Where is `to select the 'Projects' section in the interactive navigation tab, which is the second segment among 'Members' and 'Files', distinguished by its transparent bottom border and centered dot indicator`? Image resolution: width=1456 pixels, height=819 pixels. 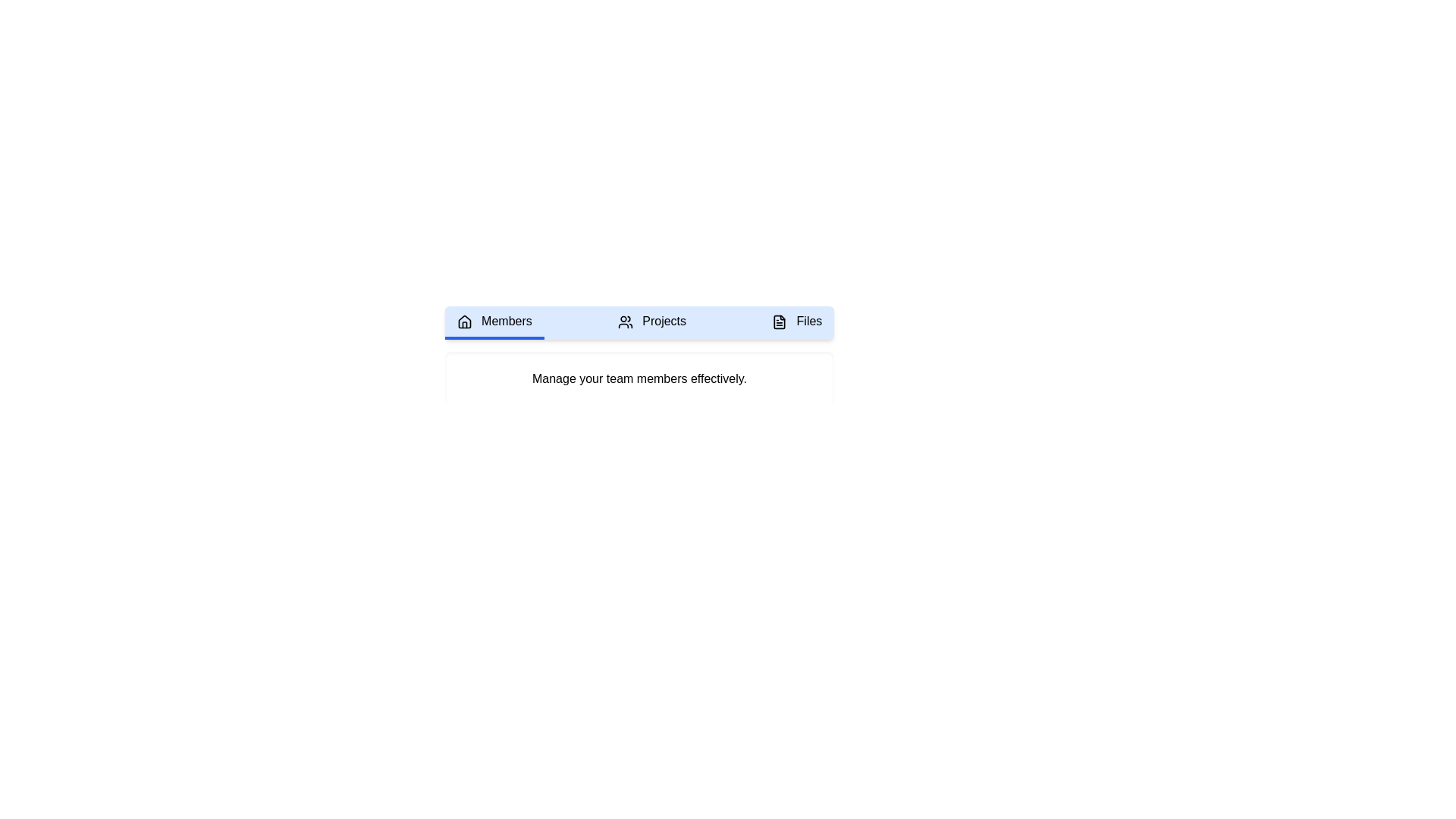 to select the 'Projects' section in the interactive navigation tab, which is the second segment among 'Members' and 'Files', distinguished by its transparent bottom border and centered dot indicator is located at coordinates (639, 322).